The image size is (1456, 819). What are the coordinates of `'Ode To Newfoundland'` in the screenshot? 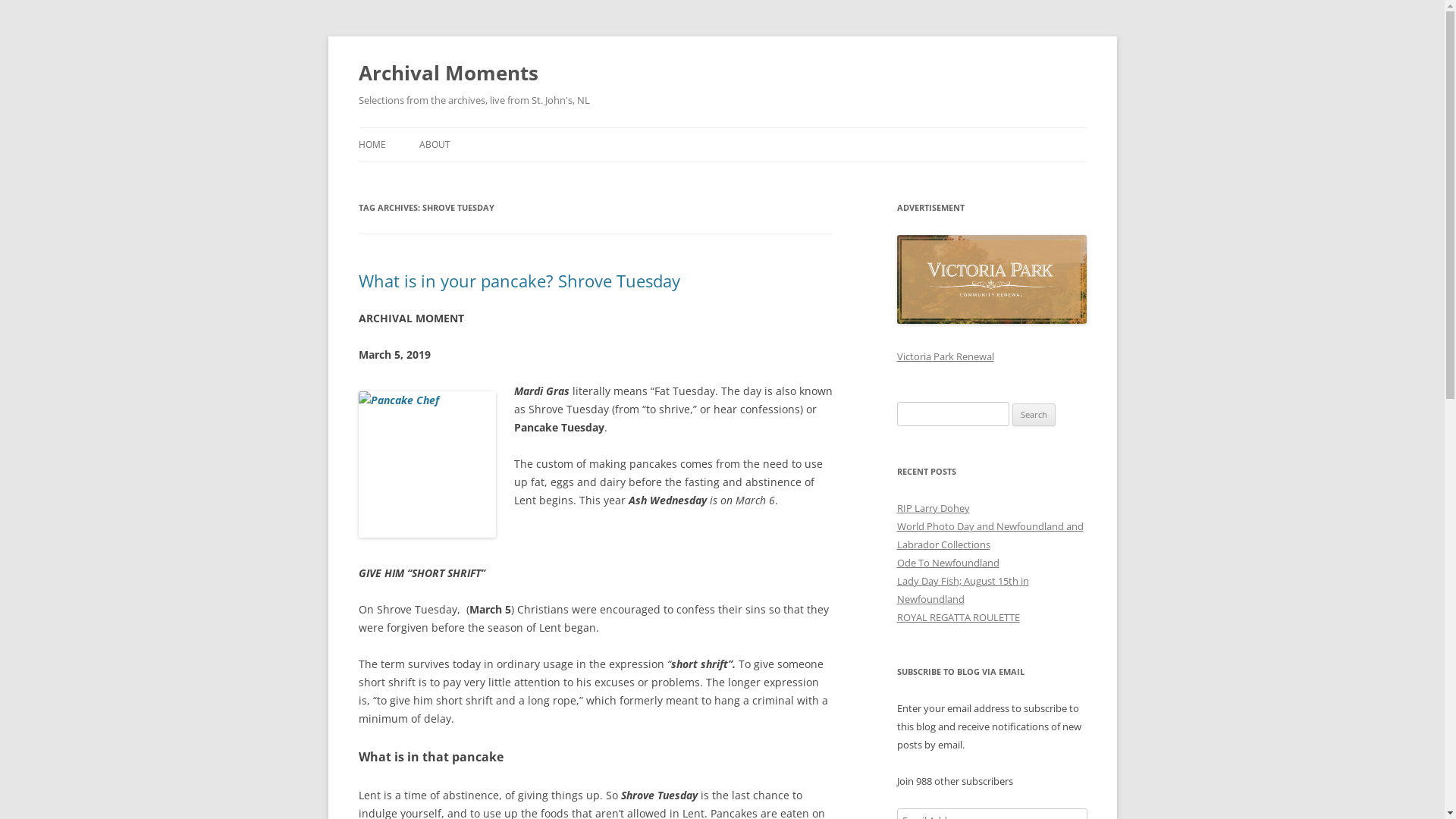 It's located at (946, 562).